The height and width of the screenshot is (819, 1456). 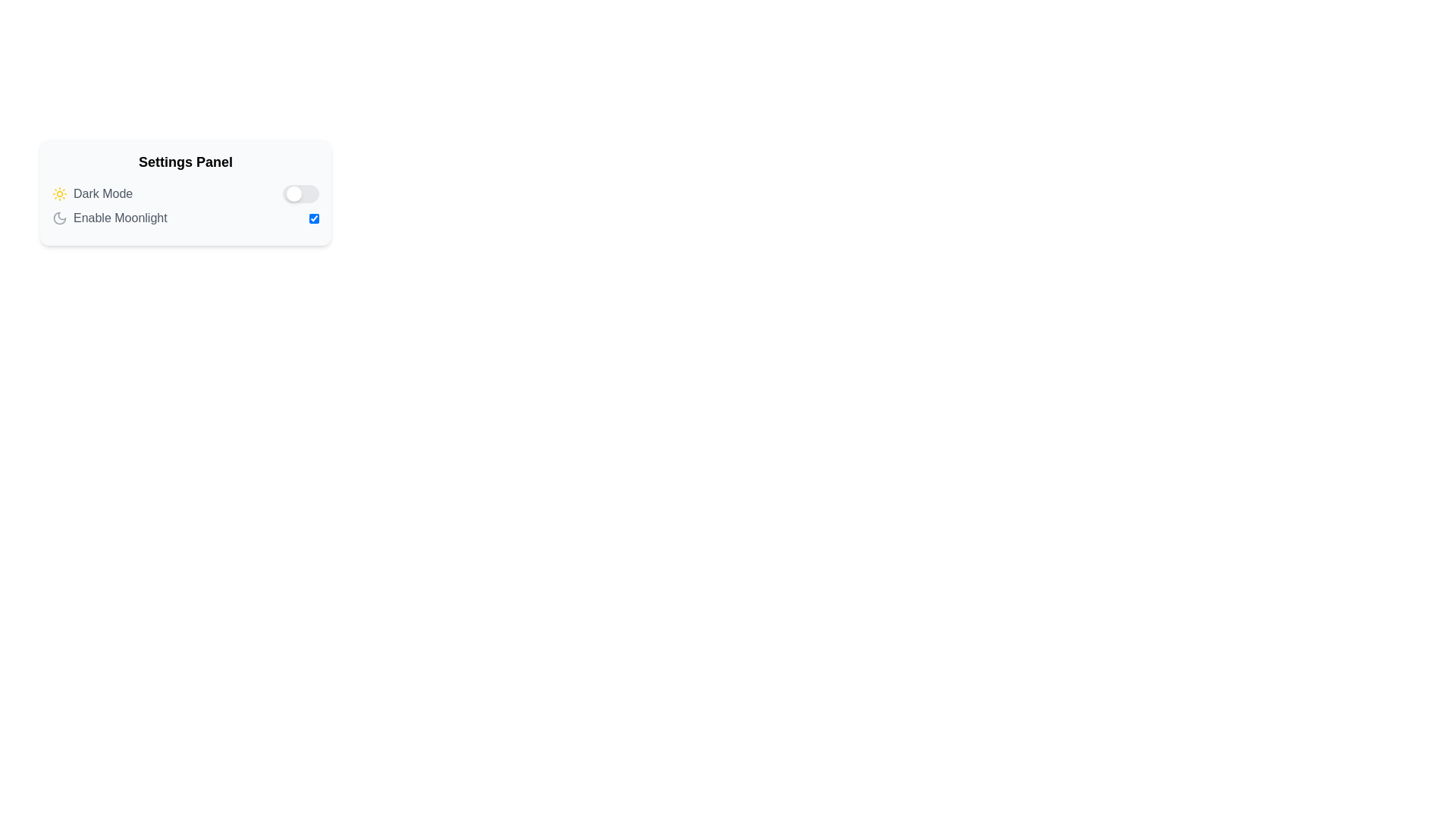 I want to click on the checkbox, so click(x=313, y=218).